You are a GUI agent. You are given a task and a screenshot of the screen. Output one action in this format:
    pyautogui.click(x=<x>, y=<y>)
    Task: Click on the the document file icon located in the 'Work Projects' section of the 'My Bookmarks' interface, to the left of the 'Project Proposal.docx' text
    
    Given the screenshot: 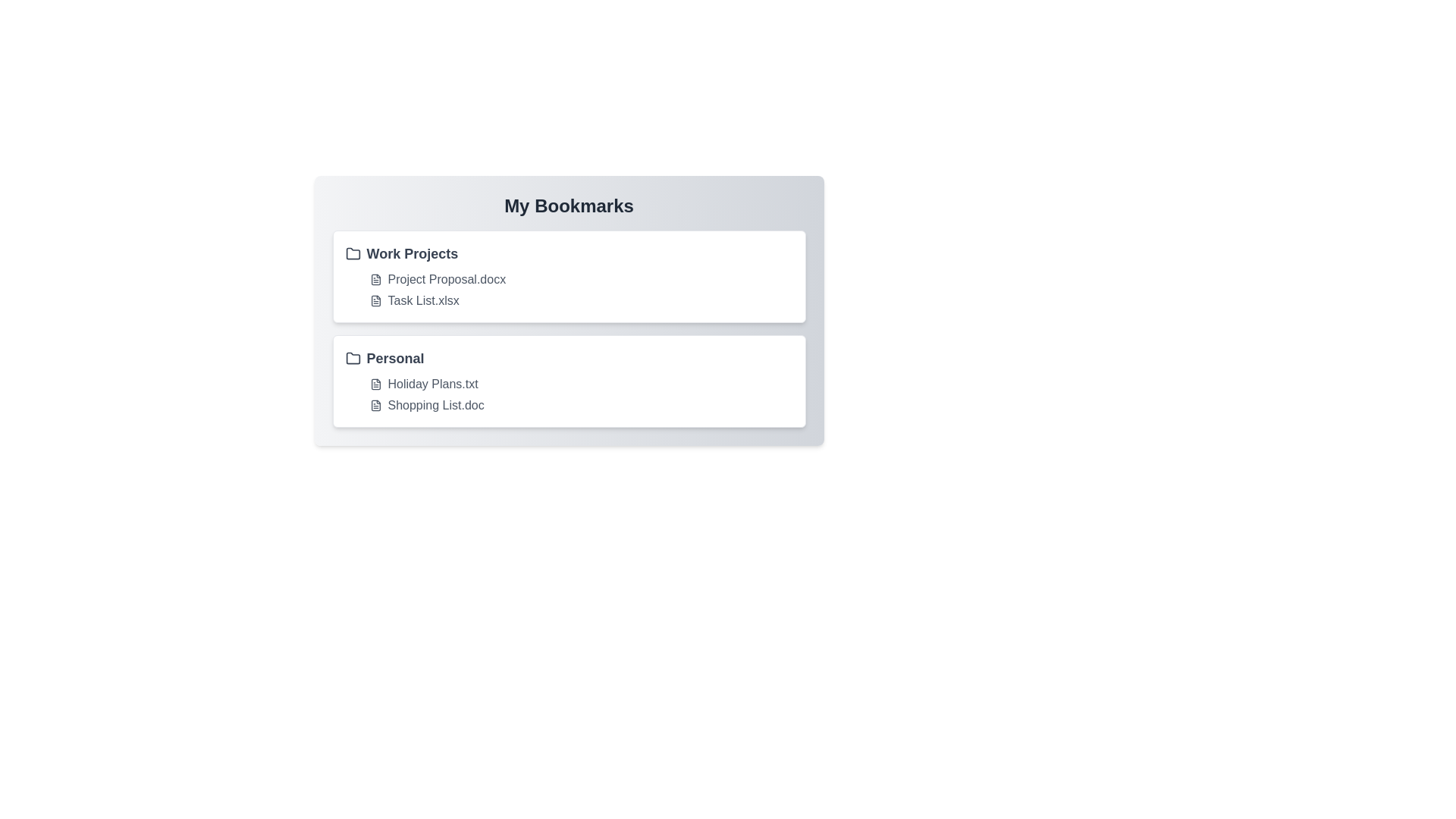 What is the action you would take?
    pyautogui.click(x=375, y=280)
    